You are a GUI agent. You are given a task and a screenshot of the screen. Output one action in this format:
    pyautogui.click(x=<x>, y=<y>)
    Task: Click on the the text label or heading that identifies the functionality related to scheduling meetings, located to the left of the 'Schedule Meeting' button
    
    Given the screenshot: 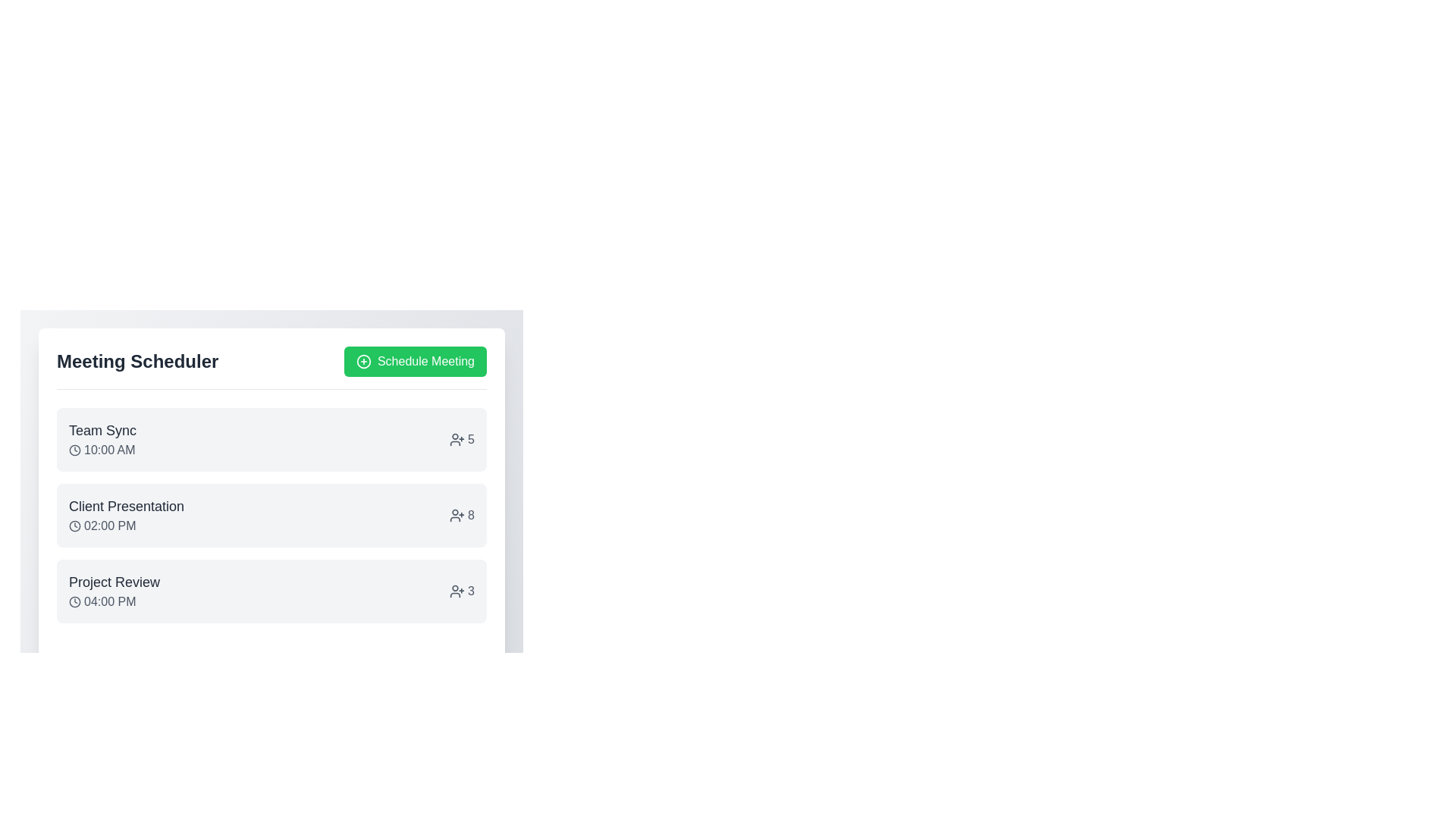 What is the action you would take?
    pyautogui.click(x=137, y=362)
    